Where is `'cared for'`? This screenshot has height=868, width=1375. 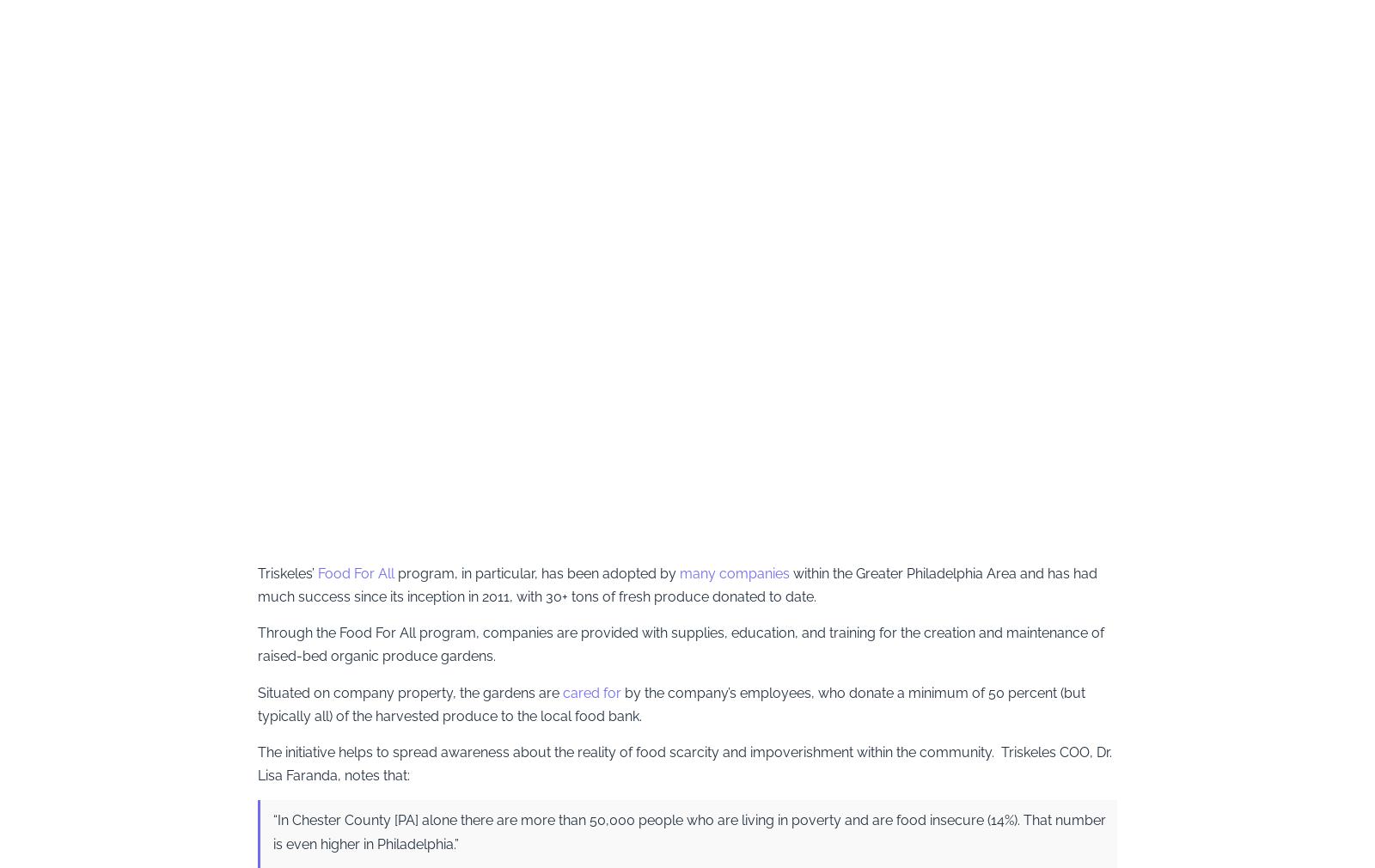 'cared for' is located at coordinates (591, 692).